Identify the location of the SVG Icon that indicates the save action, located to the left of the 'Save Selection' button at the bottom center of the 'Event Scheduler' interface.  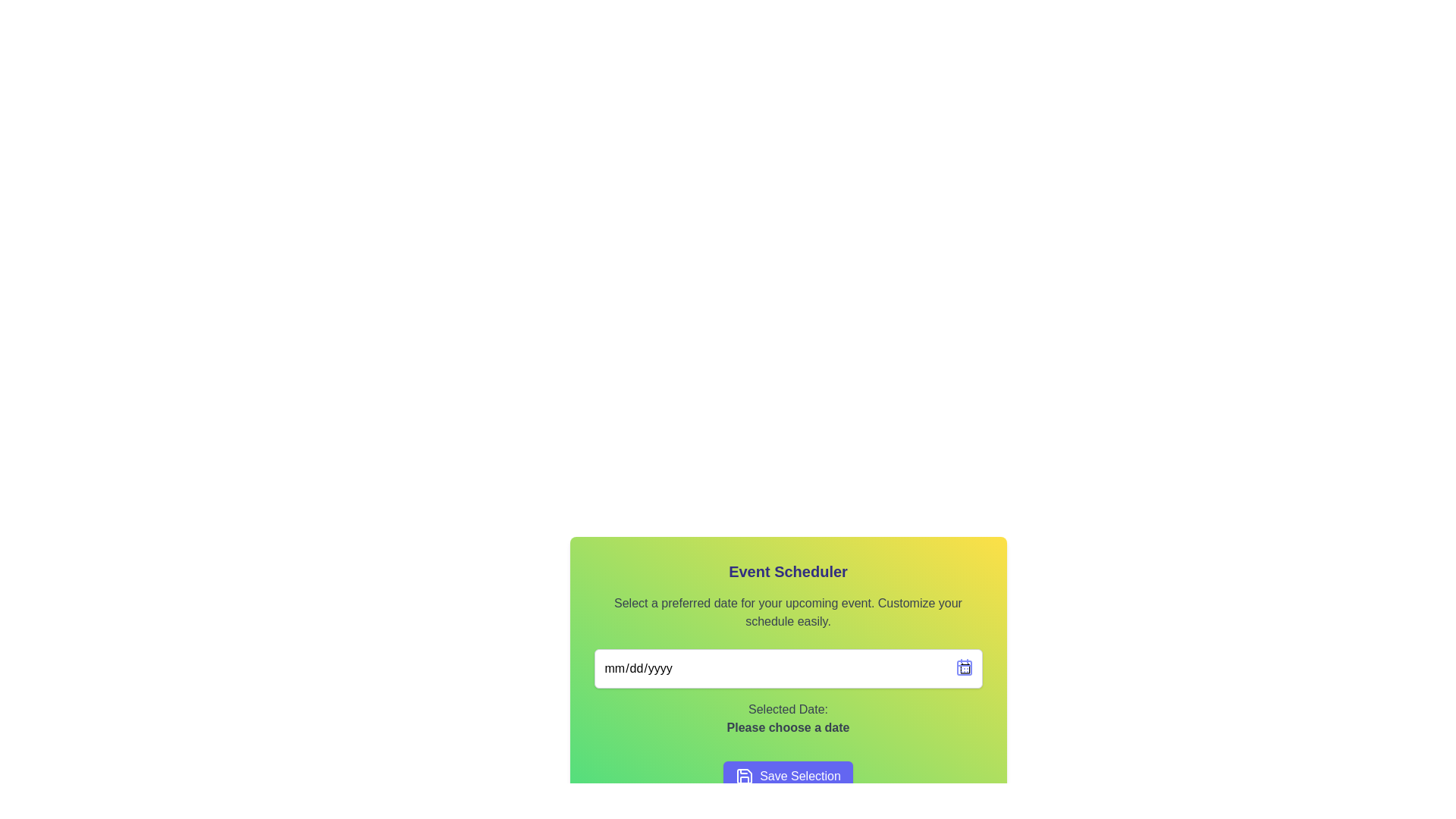
(745, 776).